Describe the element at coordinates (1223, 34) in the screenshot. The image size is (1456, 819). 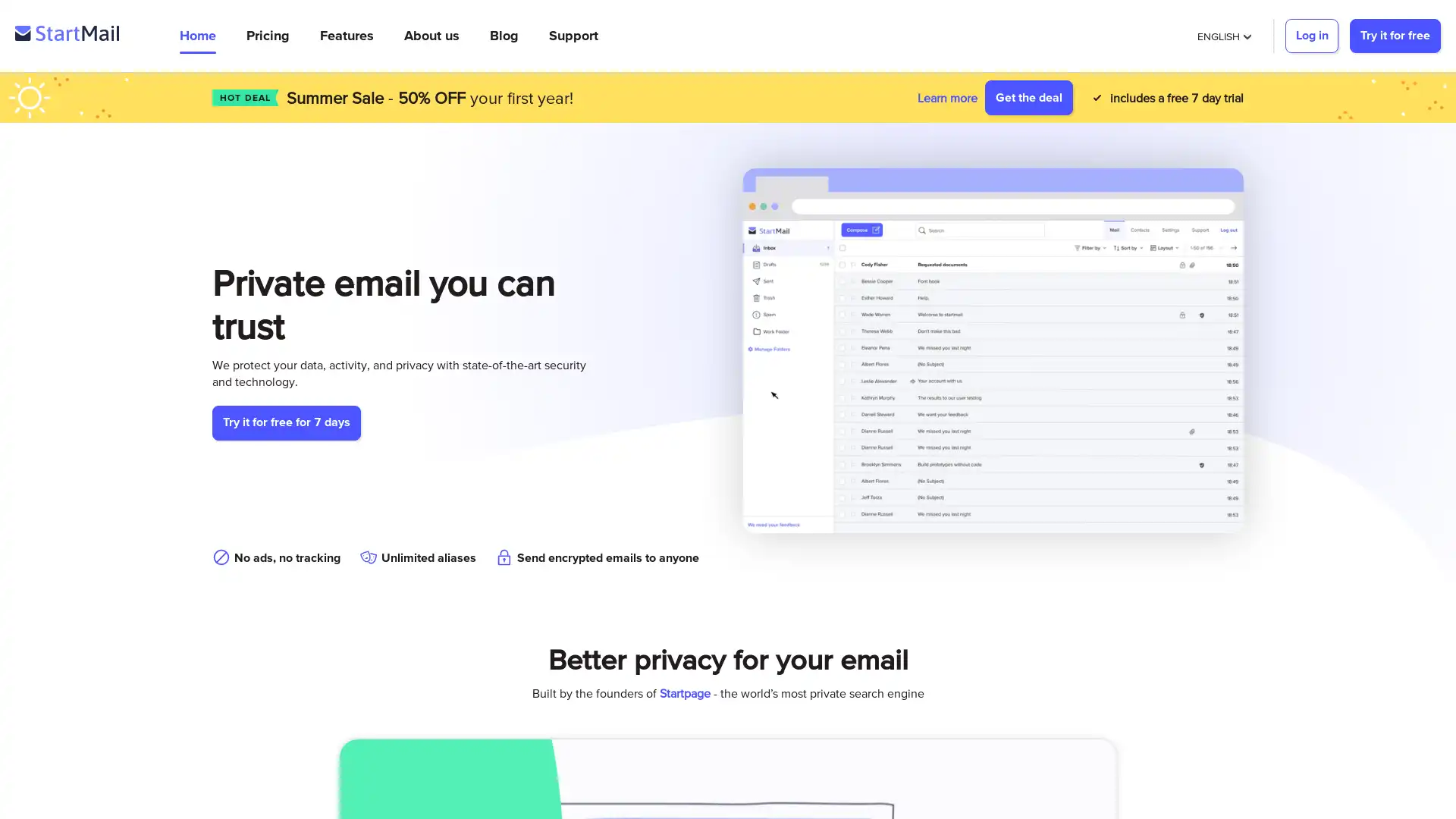
I see `Selected Language: English` at that location.